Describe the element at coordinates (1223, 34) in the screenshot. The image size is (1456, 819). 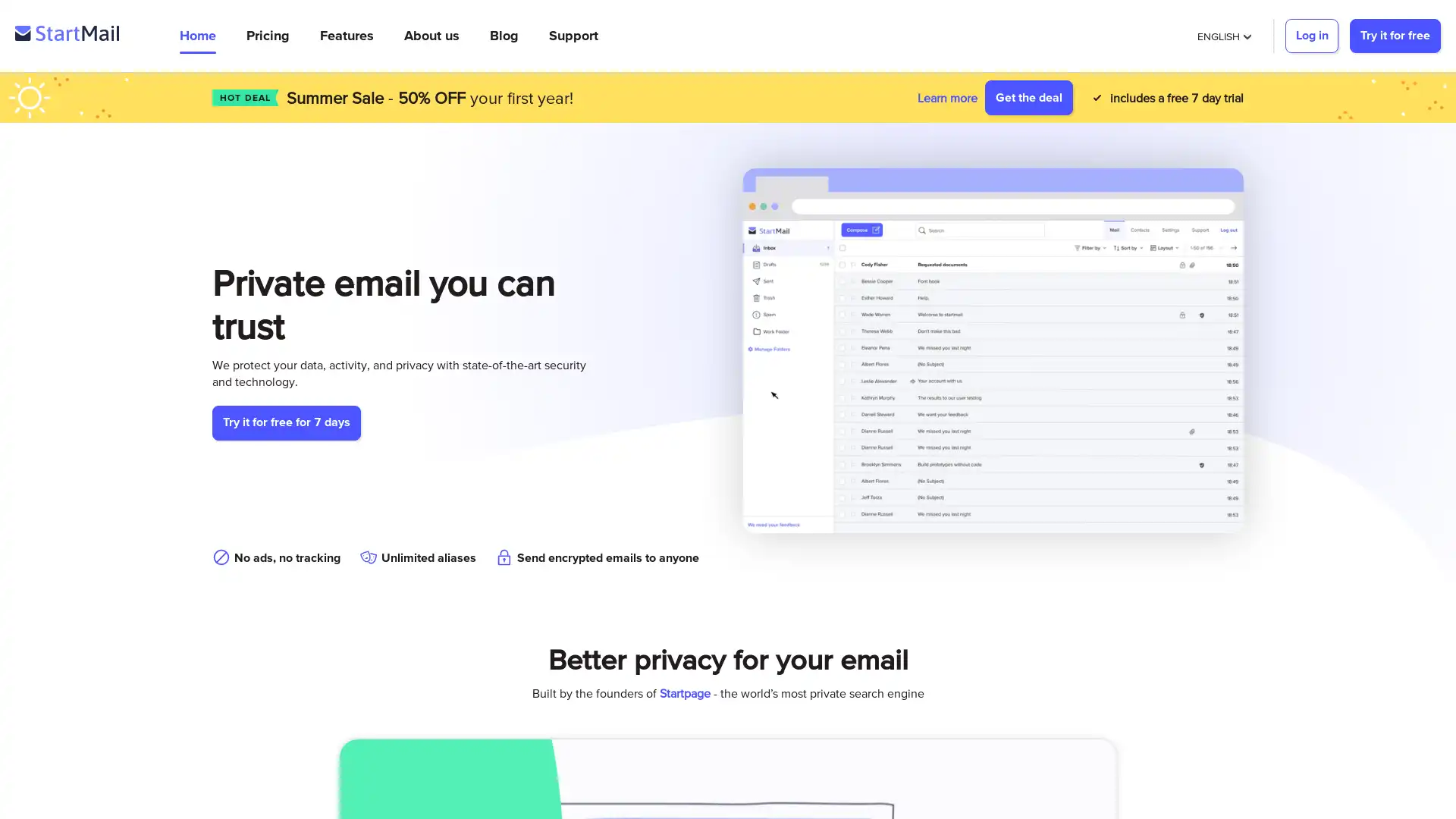
I see `Selected Language: English` at that location.